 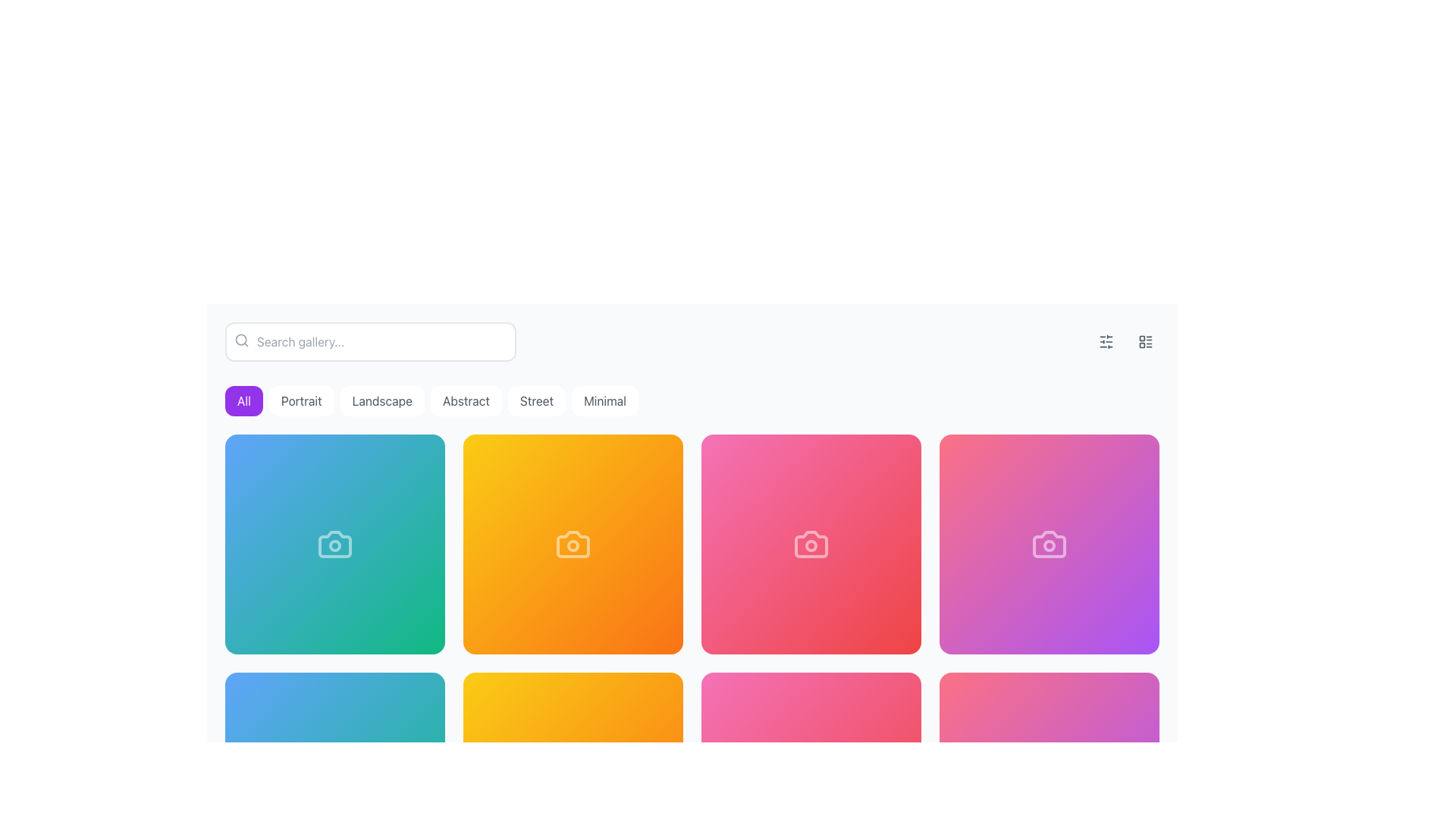 What do you see at coordinates (572, 543) in the screenshot?
I see `the camera icon's body element, which is part of the SVG graphic in the orange card layout, located in the second card of the first row` at bounding box center [572, 543].